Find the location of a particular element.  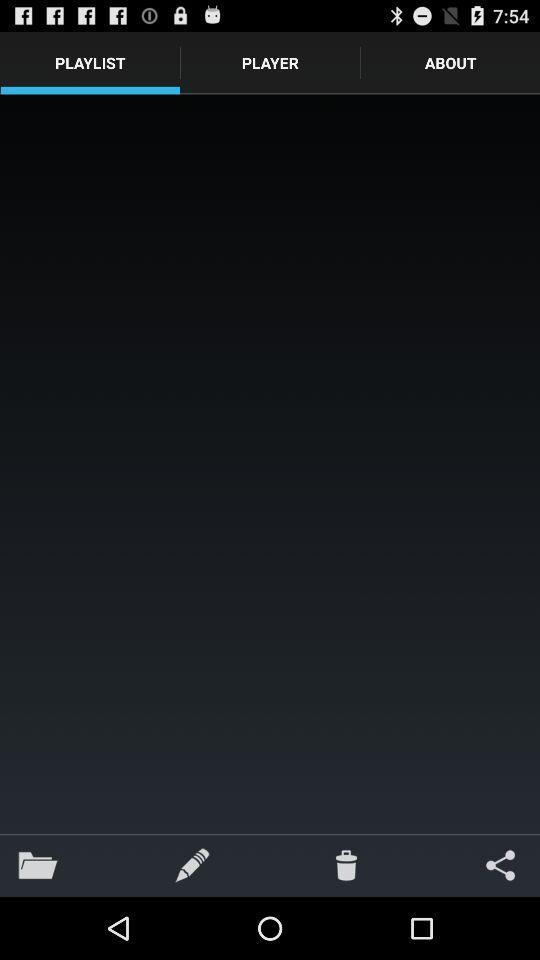

icon at the bottom left corner is located at coordinates (38, 864).